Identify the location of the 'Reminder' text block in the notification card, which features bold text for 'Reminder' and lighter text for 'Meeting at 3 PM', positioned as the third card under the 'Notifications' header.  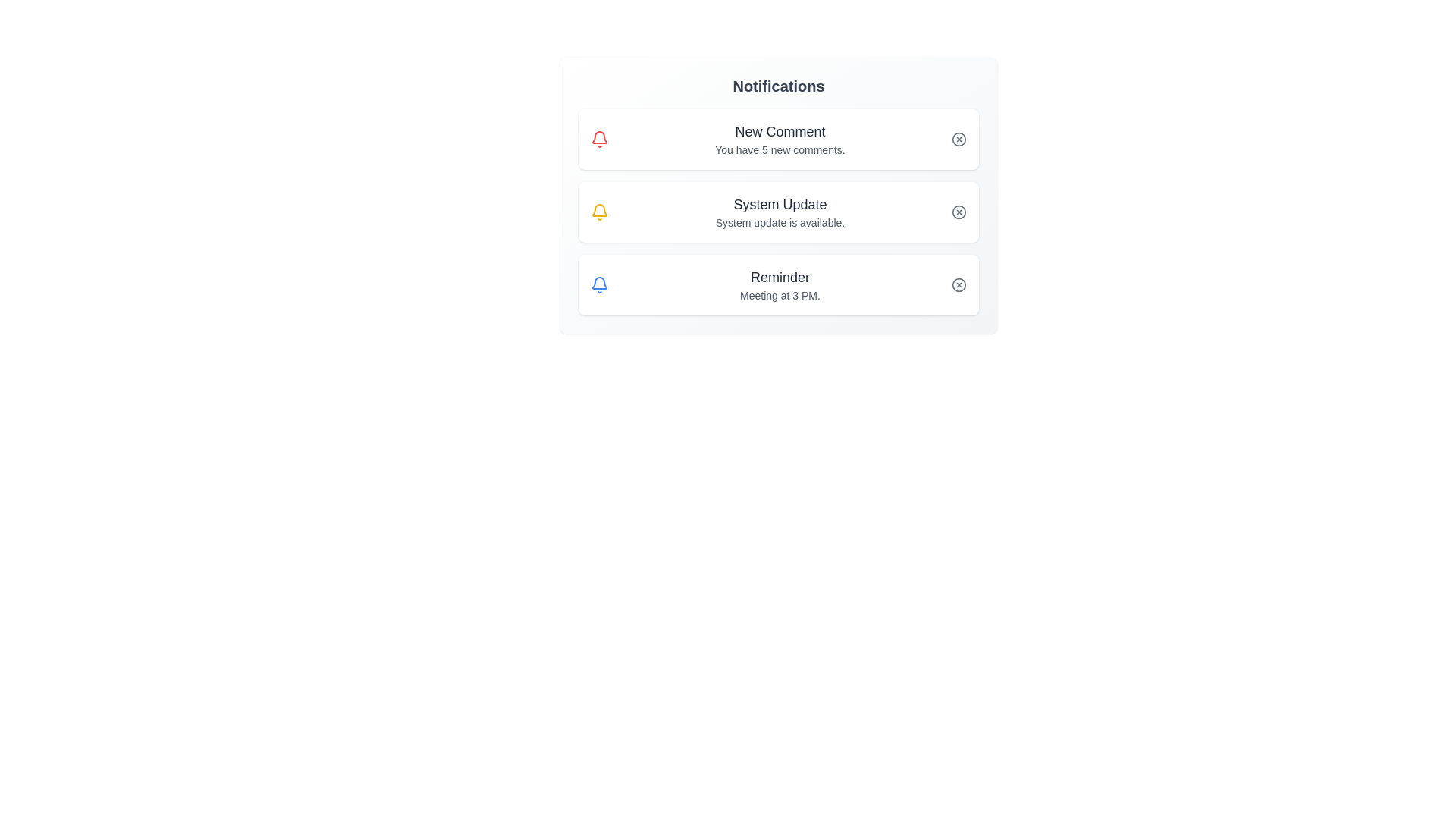
(780, 284).